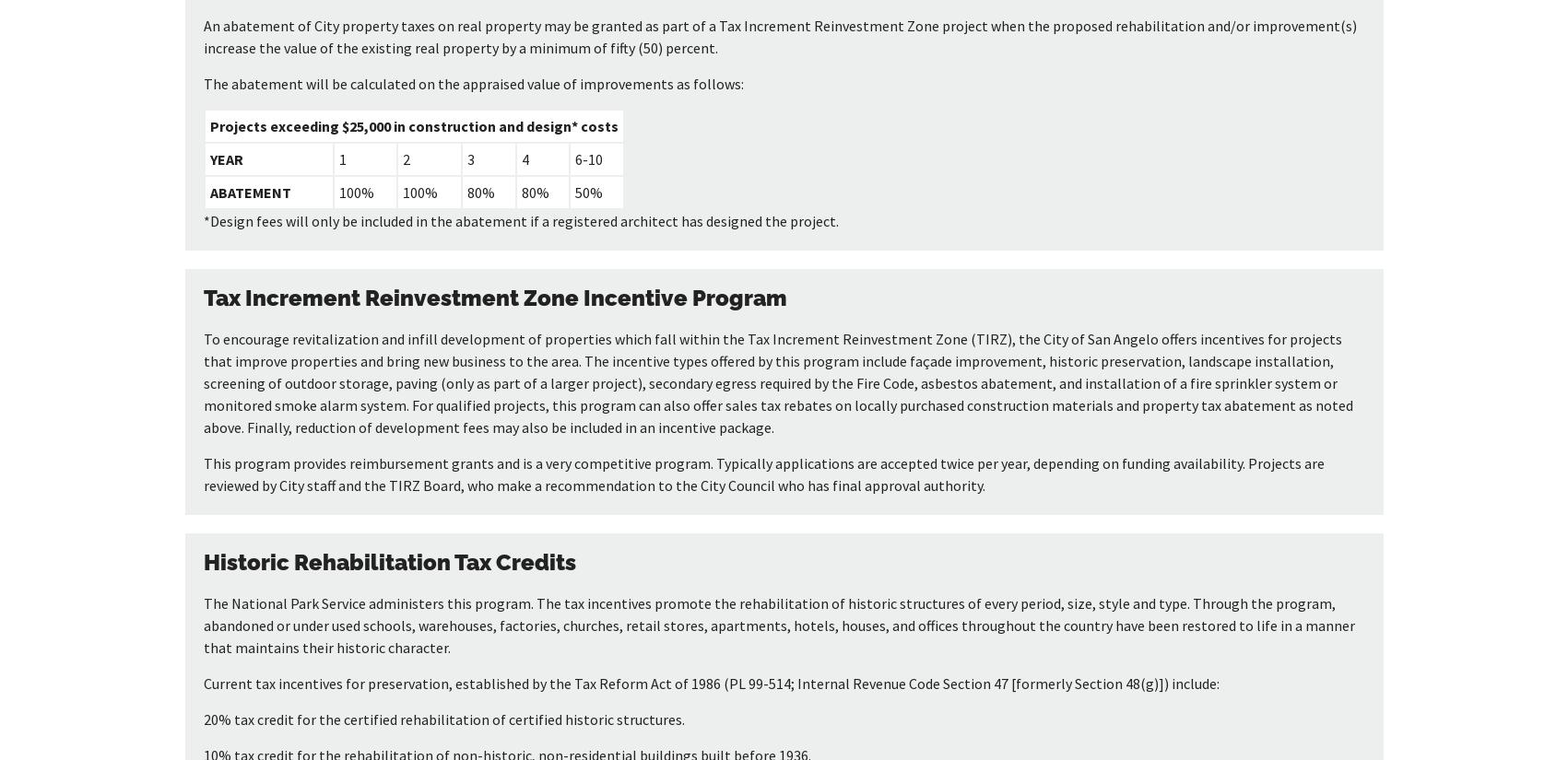 Image resolution: width=1568 pixels, height=760 pixels. What do you see at coordinates (406, 159) in the screenshot?
I see `'2'` at bounding box center [406, 159].